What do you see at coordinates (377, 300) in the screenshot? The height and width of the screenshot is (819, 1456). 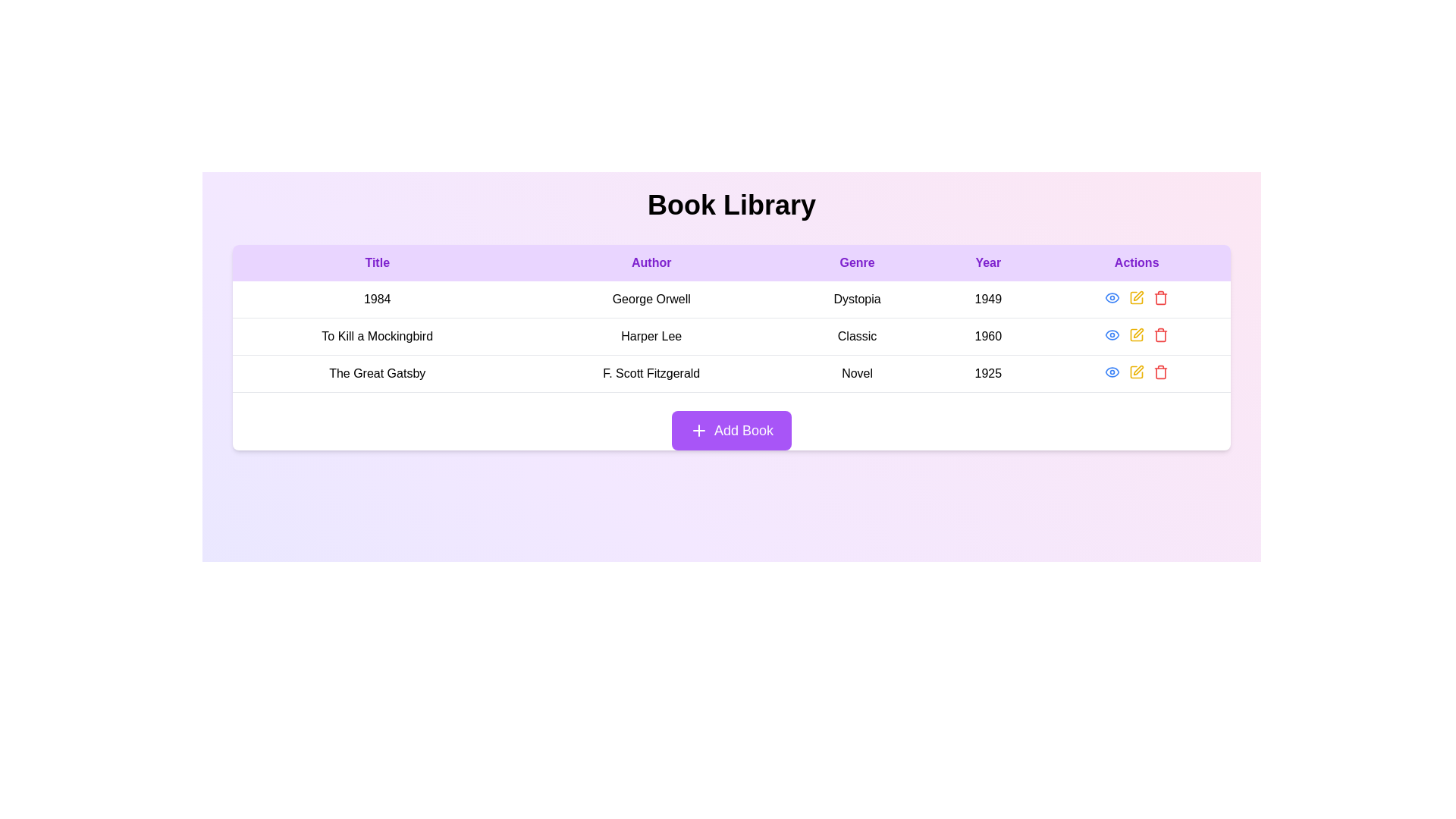 I see `on the text label displaying the year '1984', which is located in the first cell under the 'Title' column in the first row of the table` at bounding box center [377, 300].